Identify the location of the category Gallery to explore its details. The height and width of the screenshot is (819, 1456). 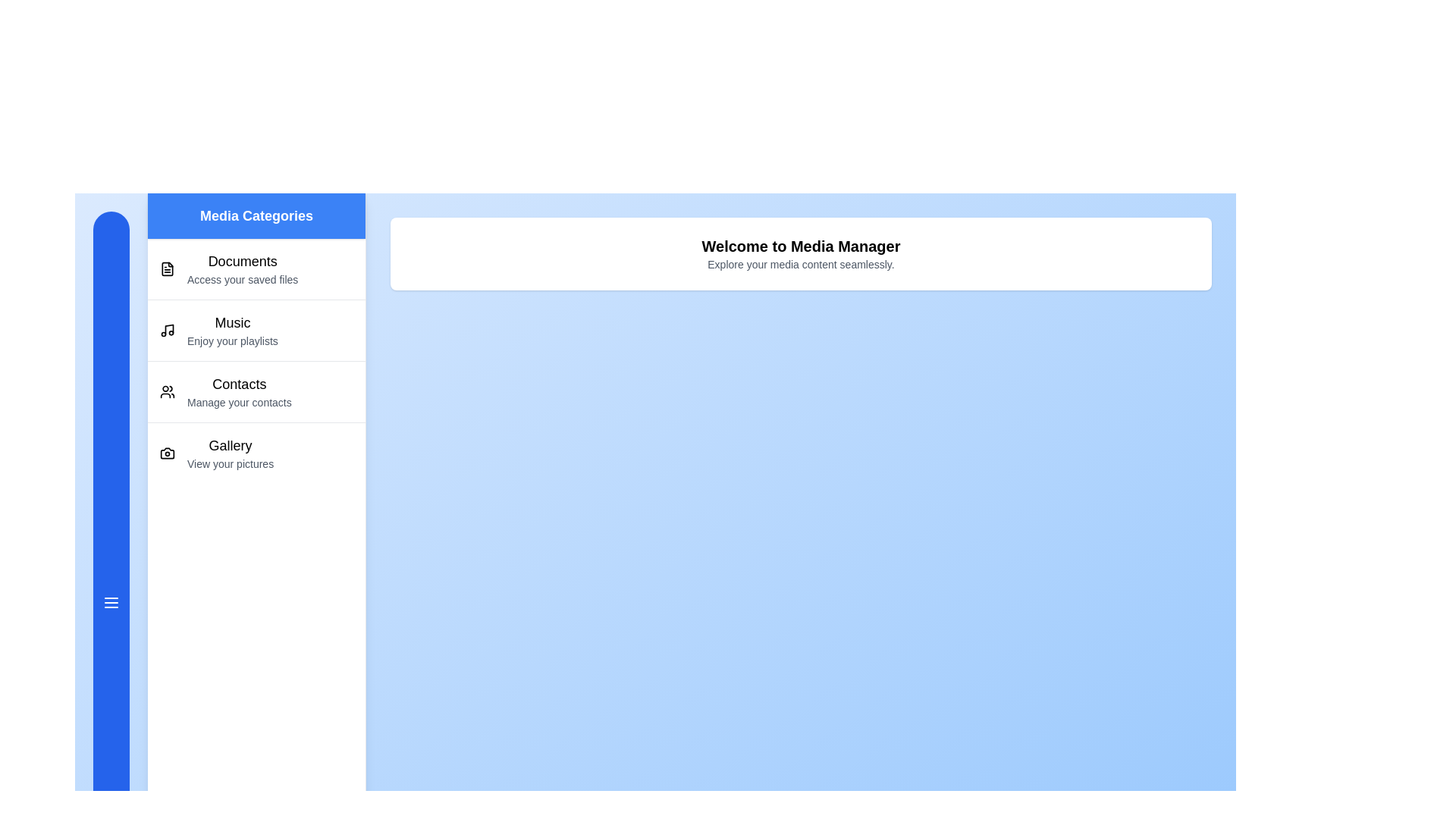
(256, 452).